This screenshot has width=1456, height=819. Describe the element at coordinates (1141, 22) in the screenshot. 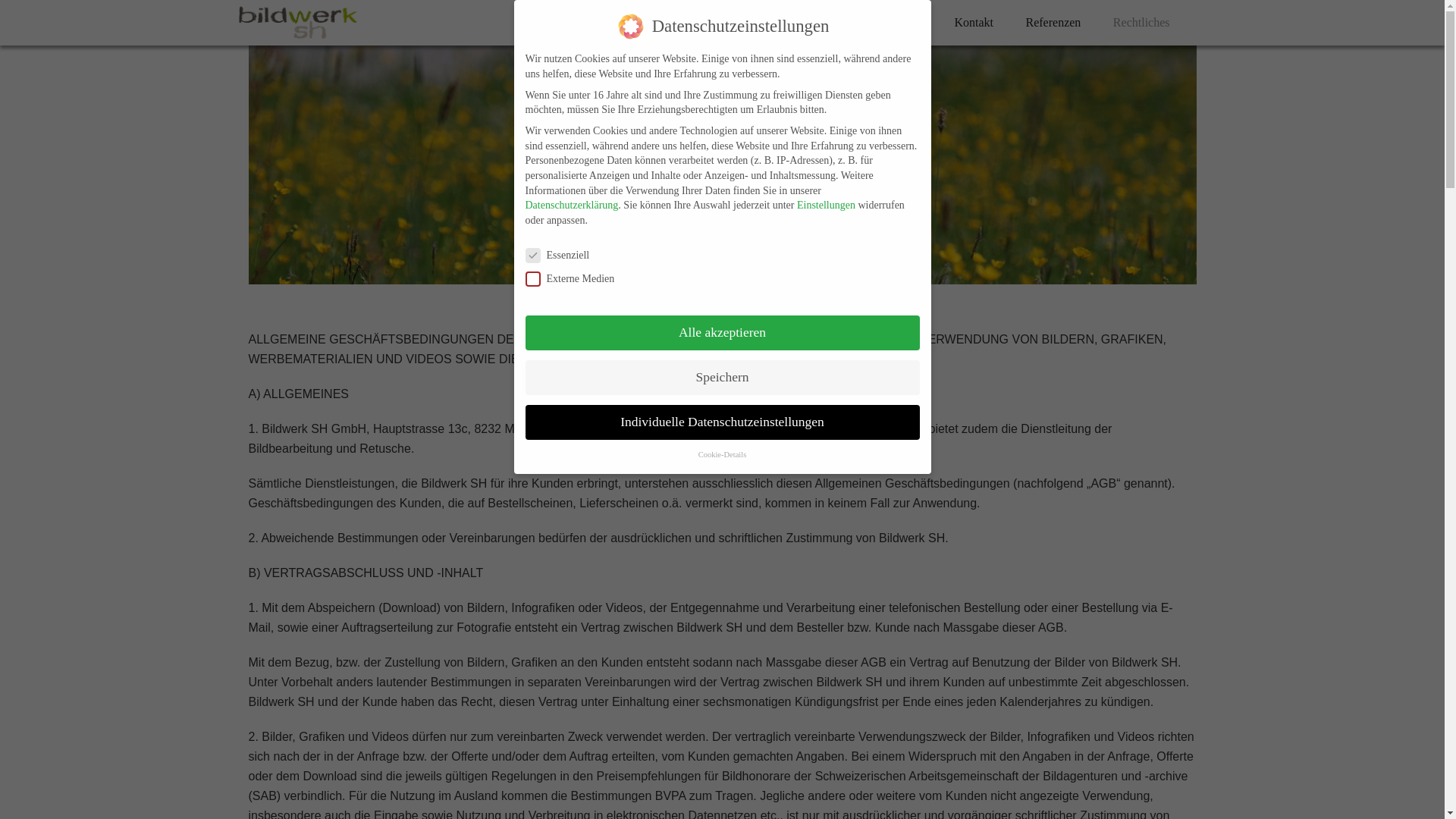

I see `'Rechtliches'` at that location.